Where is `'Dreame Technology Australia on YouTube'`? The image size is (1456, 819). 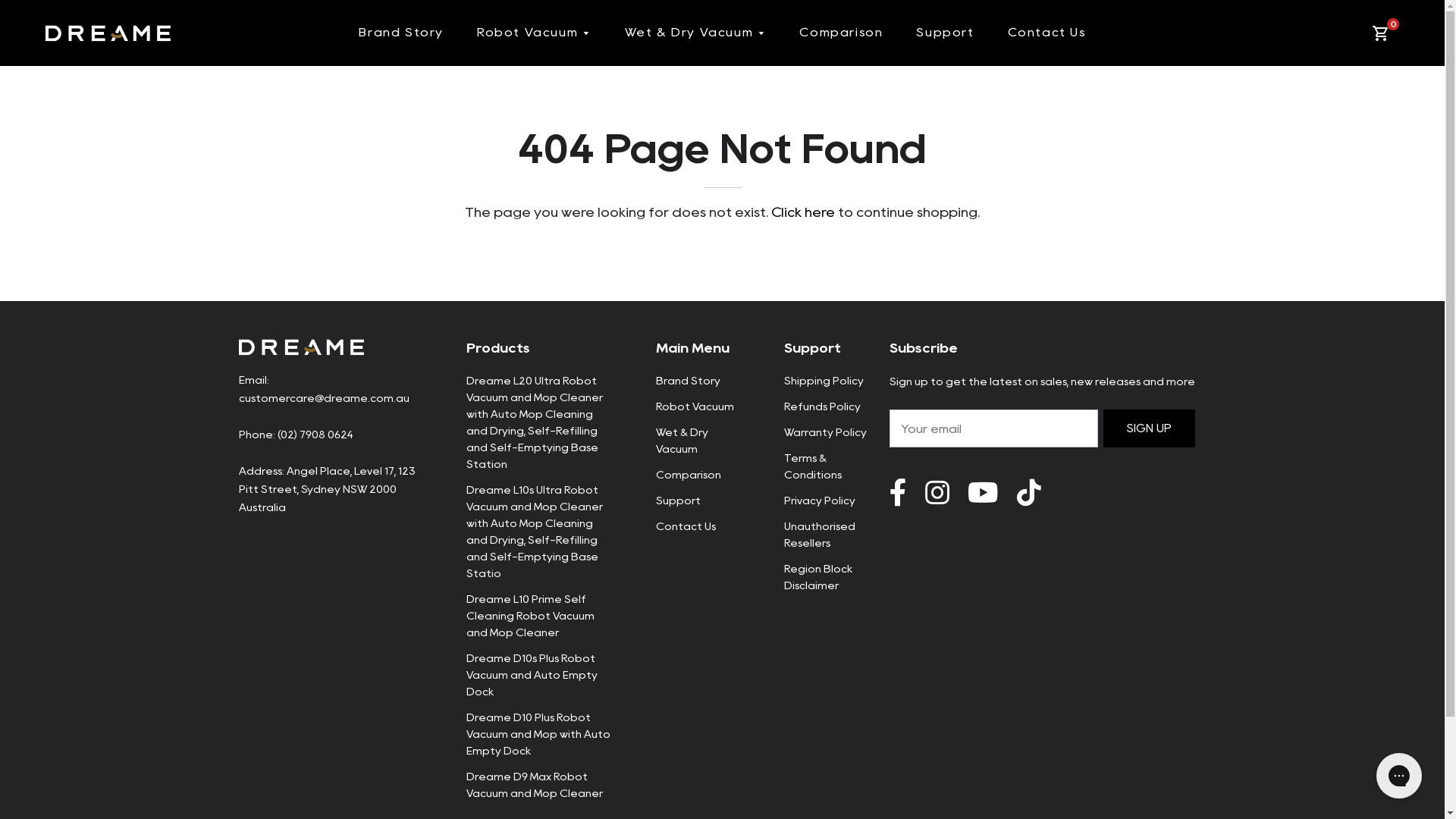
'Dreame Technology Australia on YouTube' is located at coordinates (983, 493).